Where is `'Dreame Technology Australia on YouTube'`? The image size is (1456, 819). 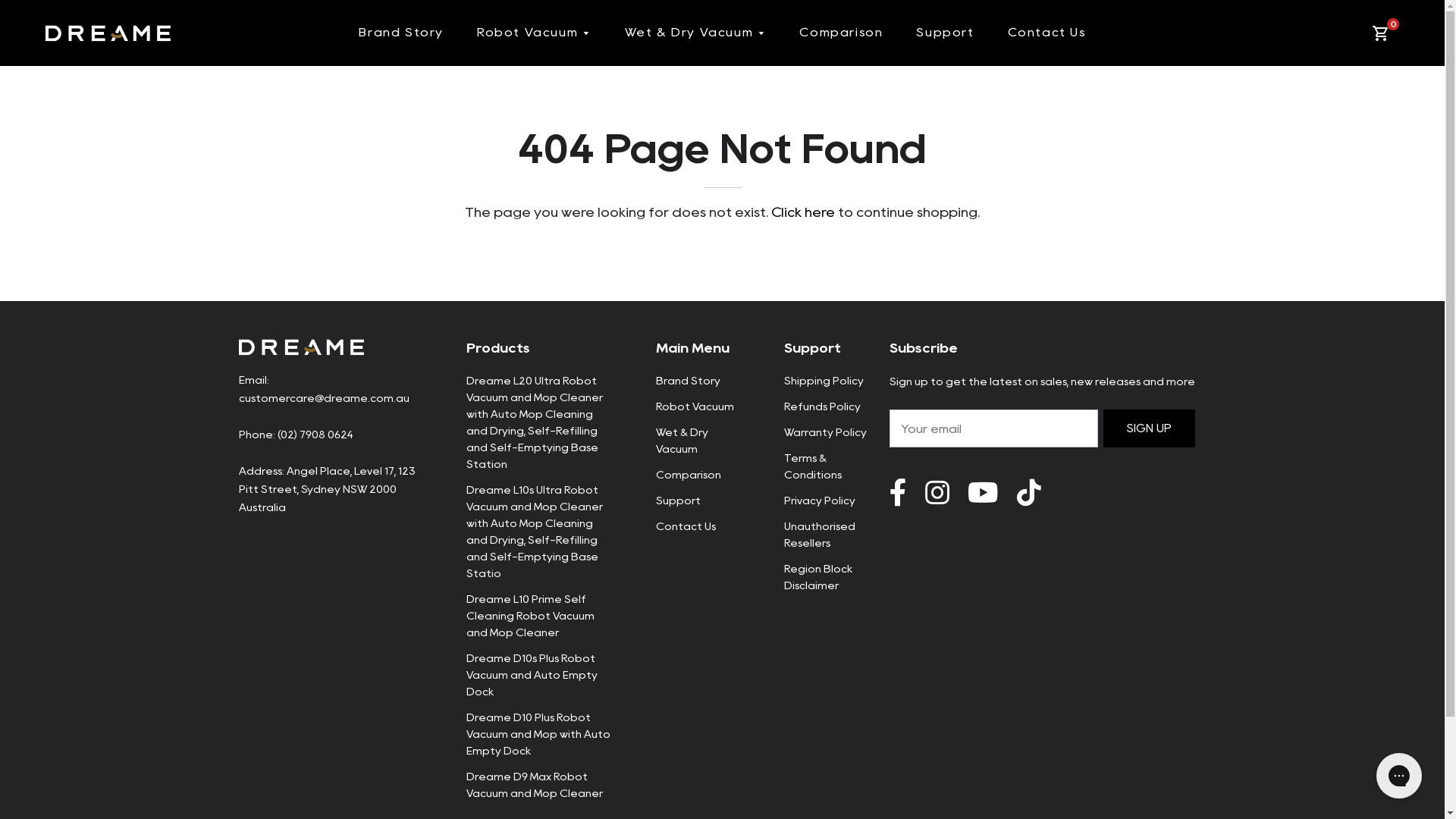
'Dreame Technology Australia on YouTube' is located at coordinates (983, 493).